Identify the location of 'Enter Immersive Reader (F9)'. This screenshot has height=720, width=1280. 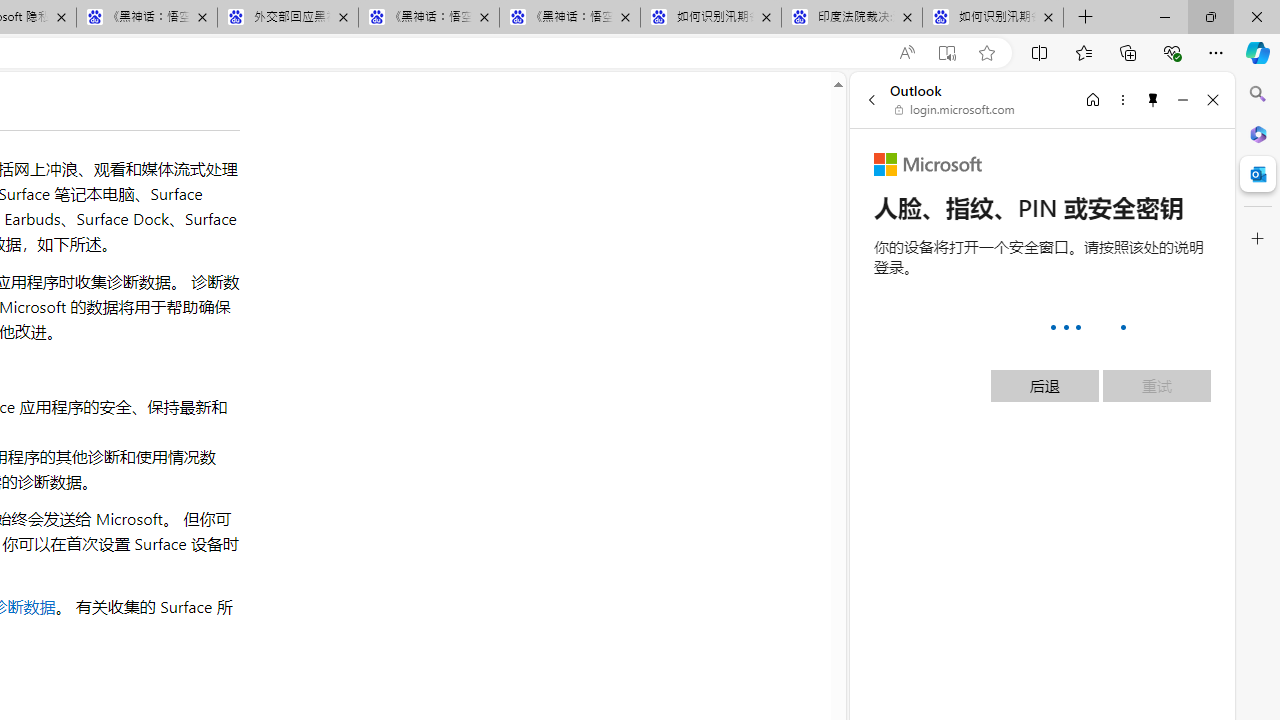
(945, 52).